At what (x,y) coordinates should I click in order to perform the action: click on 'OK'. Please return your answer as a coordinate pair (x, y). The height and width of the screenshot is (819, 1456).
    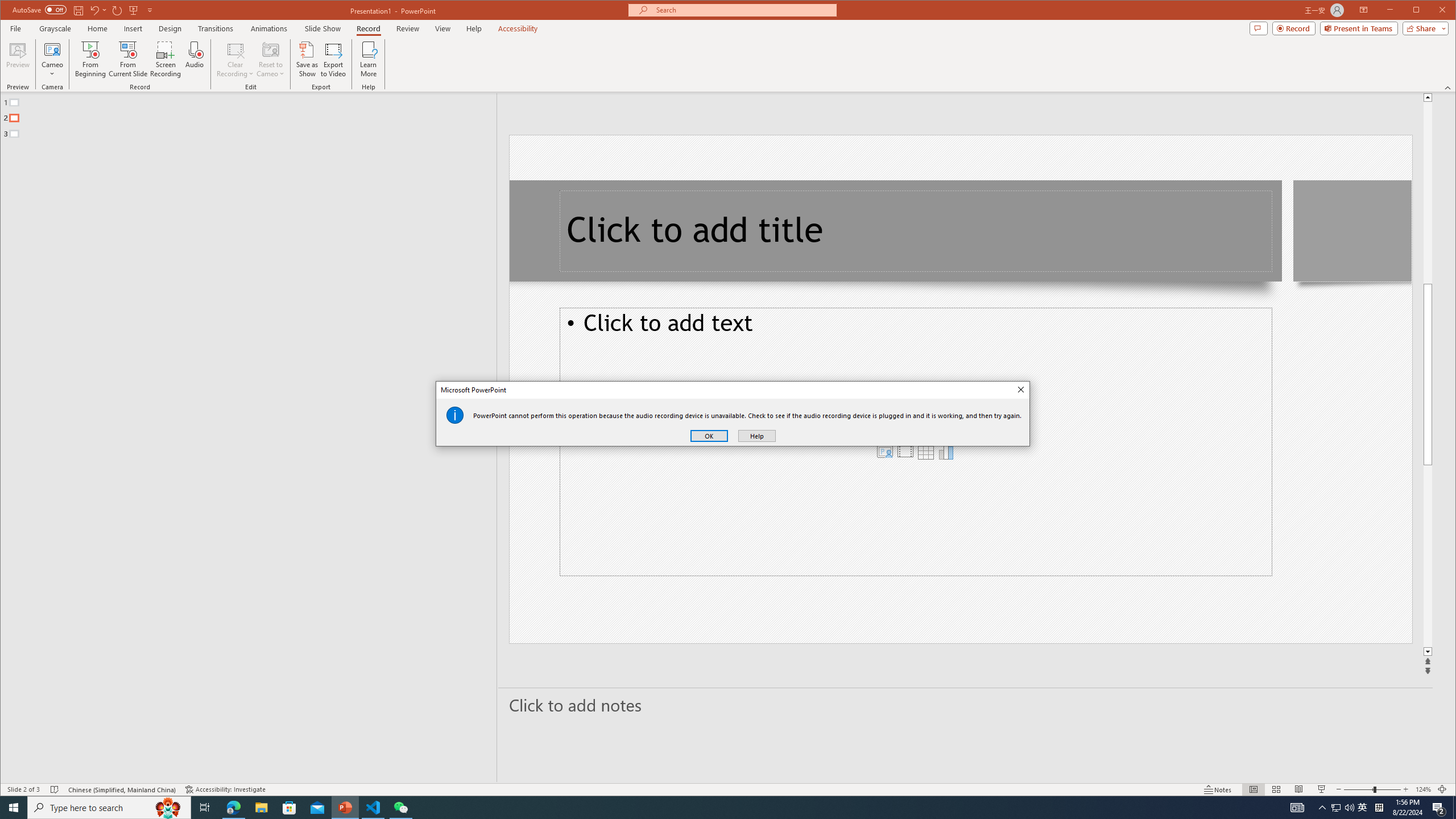
    Looking at the image, I should click on (709, 435).